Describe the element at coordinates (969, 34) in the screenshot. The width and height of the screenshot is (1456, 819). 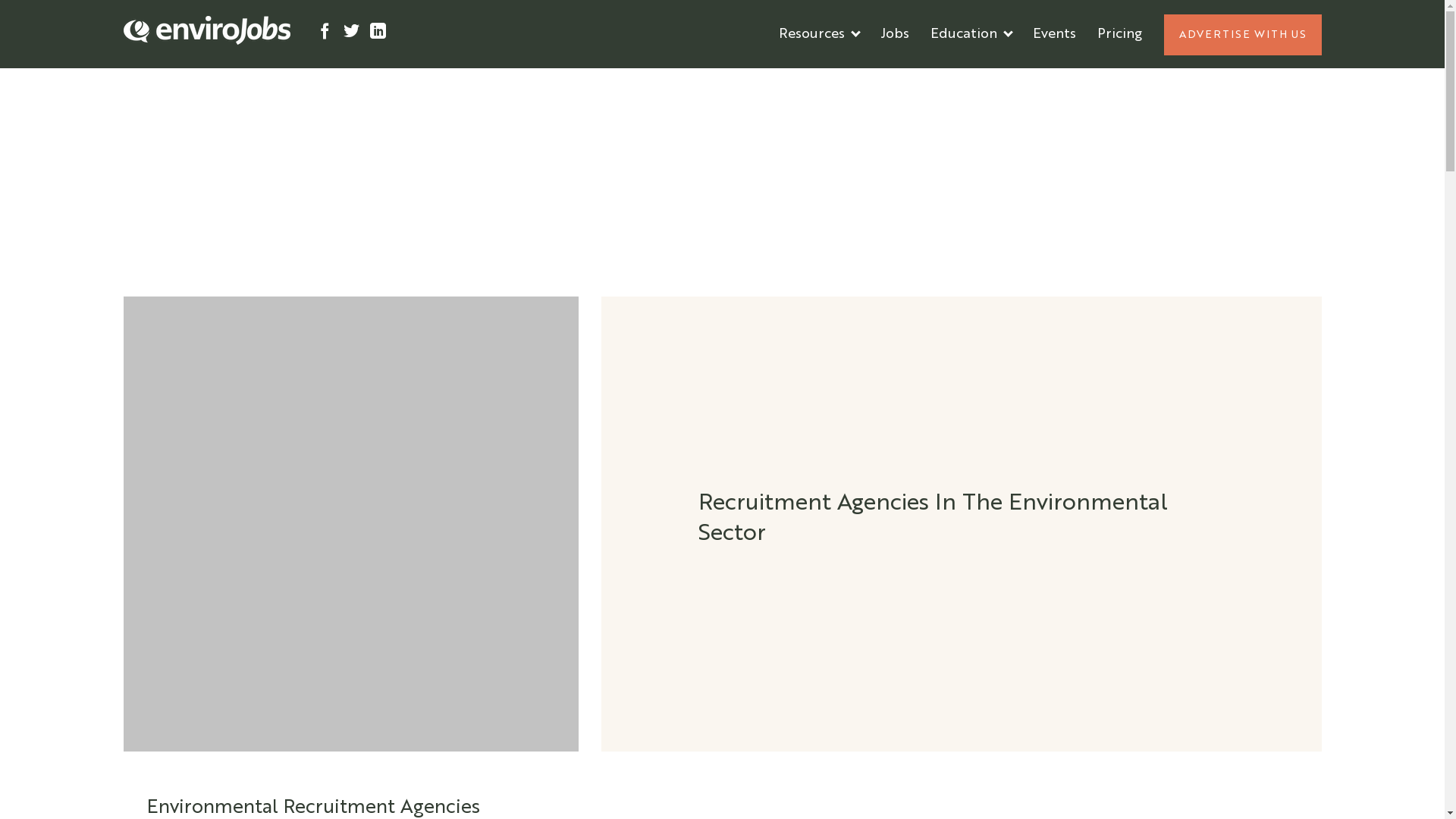
I see `'Education'` at that location.